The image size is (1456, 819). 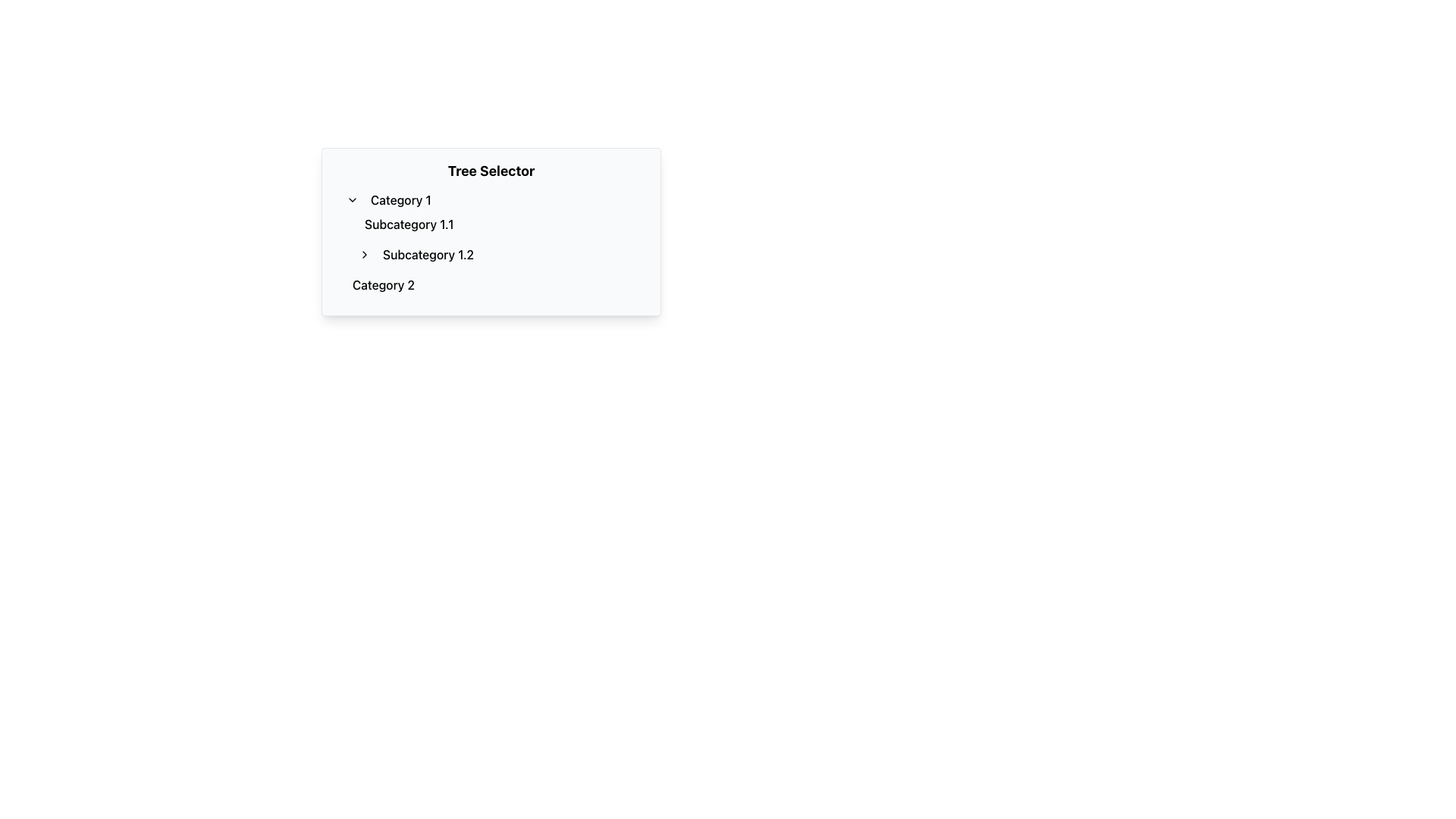 I want to click on the second Tree item located under 'Category 1', following 'Subcategory 1.1', so click(x=503, y=253).